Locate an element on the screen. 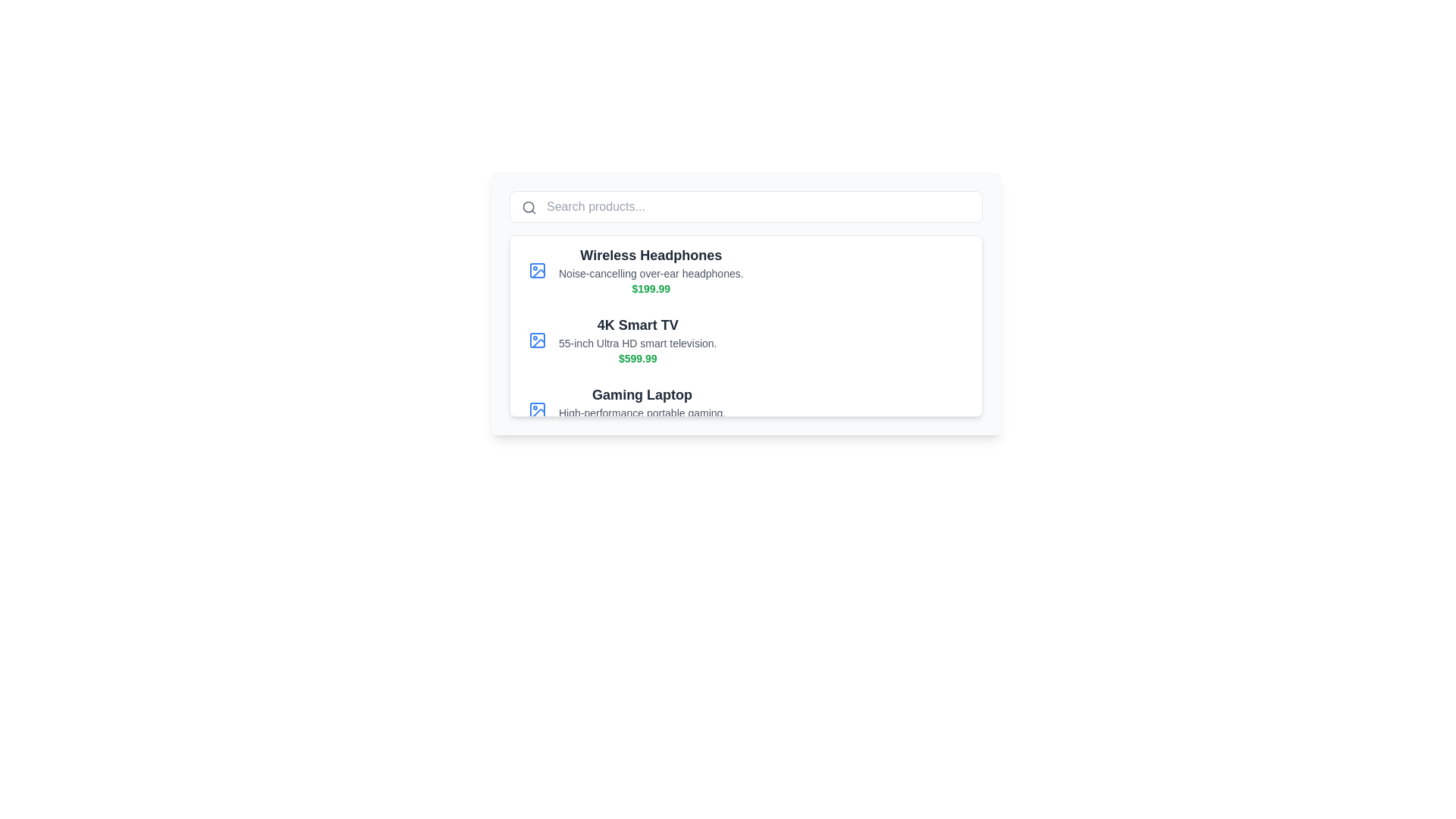 This screenshot has height=819, width=1456. text label that displays the cost of the product located under the description '55-inch Ultra HD smart television.' is located at coordinates (638, 359).